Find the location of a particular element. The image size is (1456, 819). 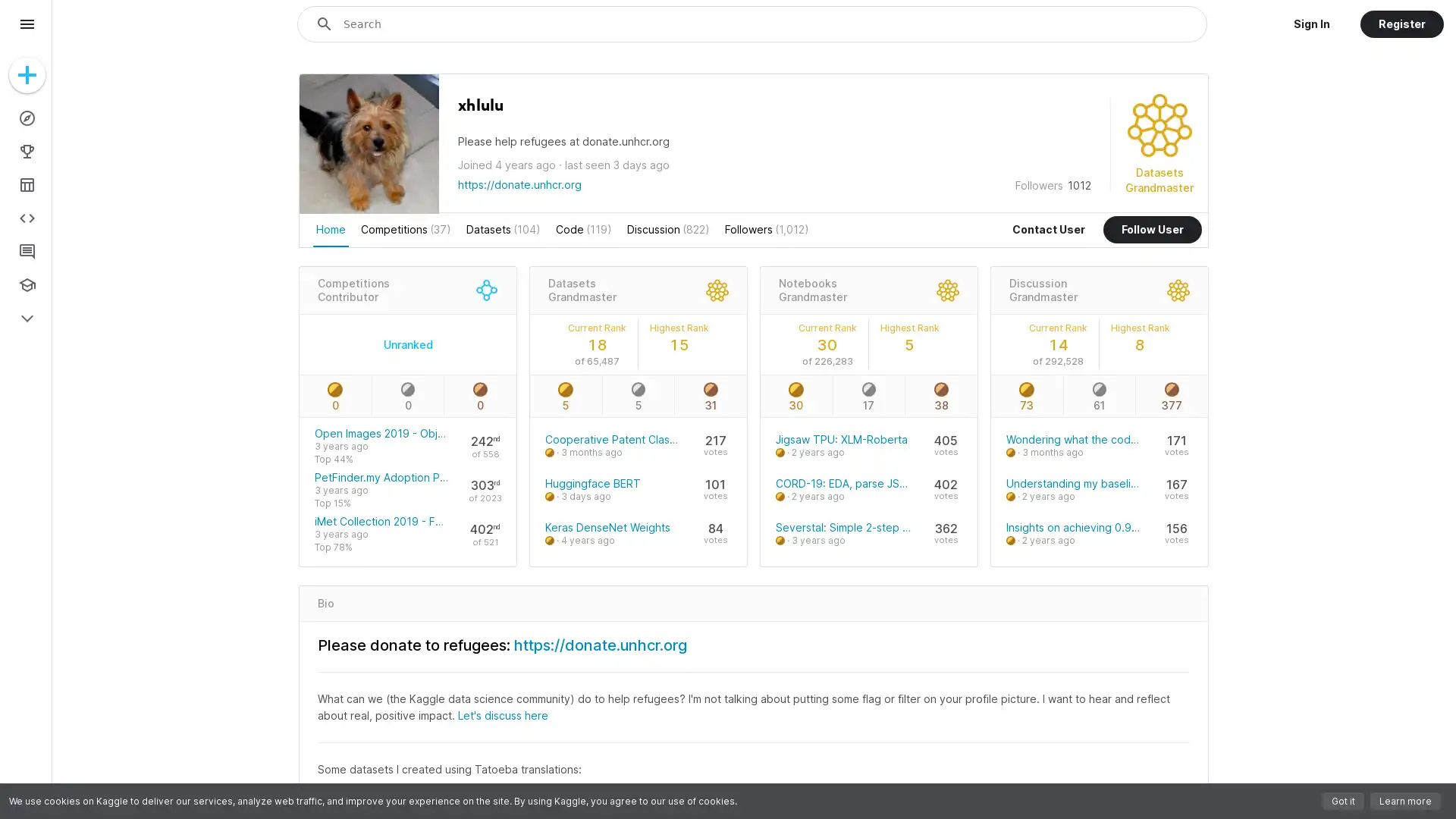

image-url is located at coordinates (369, 206).